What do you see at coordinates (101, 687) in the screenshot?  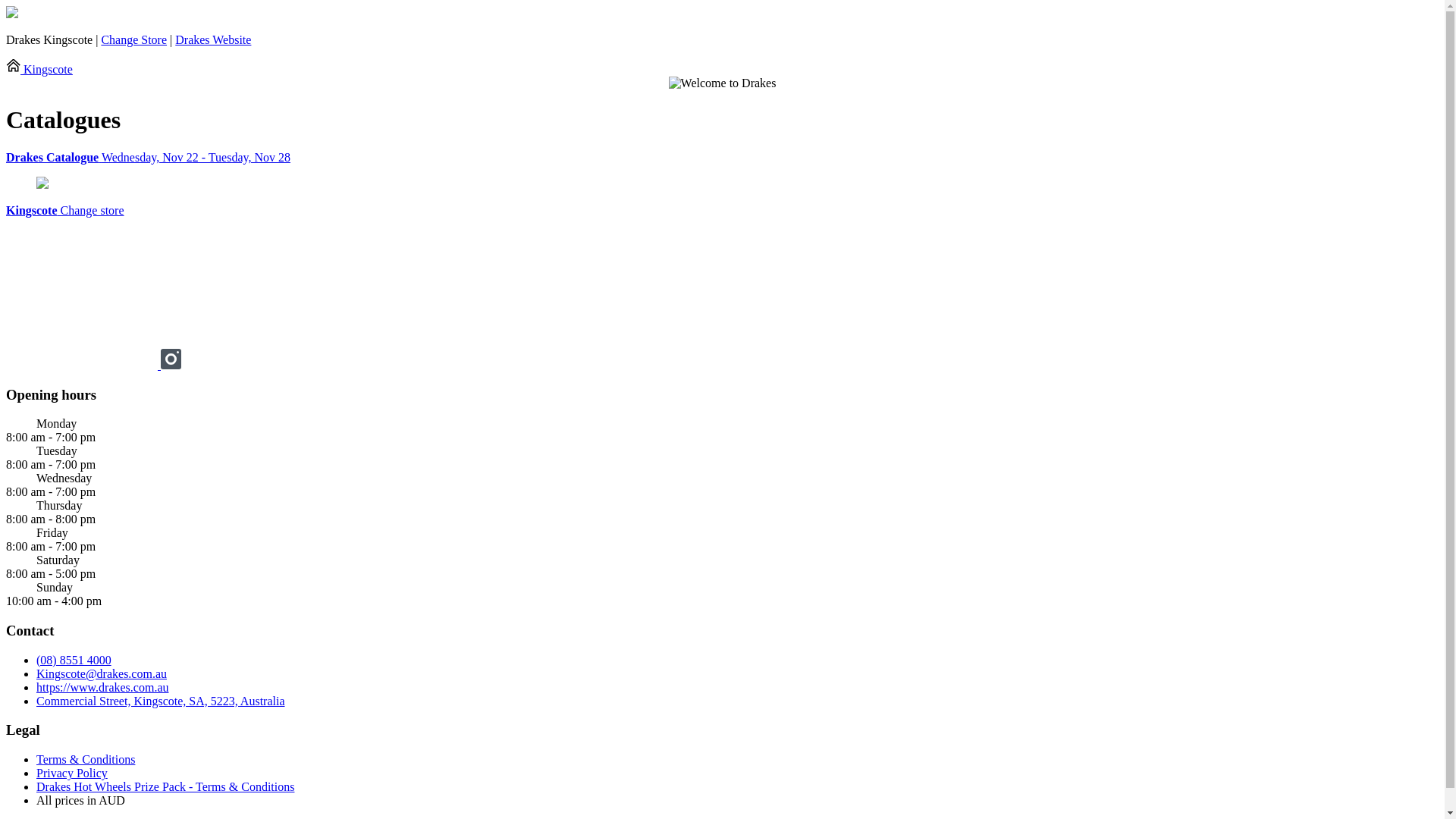 I see `'https://www.drakes.com.au'` at bounding box center [101, 687].